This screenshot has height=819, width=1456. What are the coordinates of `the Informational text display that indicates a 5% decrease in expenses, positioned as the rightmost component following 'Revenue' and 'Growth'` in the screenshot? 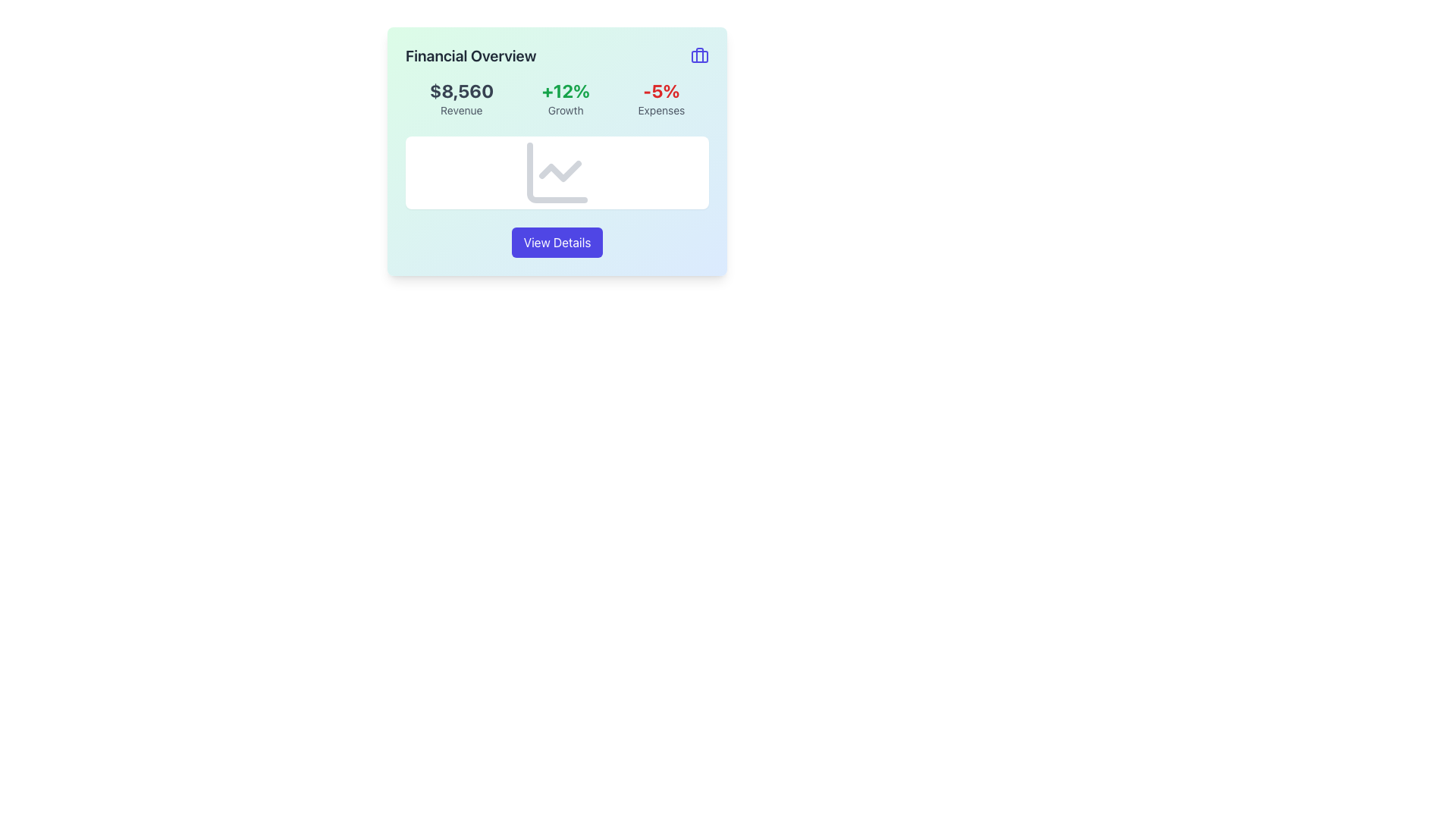 It's located at (661, 99).